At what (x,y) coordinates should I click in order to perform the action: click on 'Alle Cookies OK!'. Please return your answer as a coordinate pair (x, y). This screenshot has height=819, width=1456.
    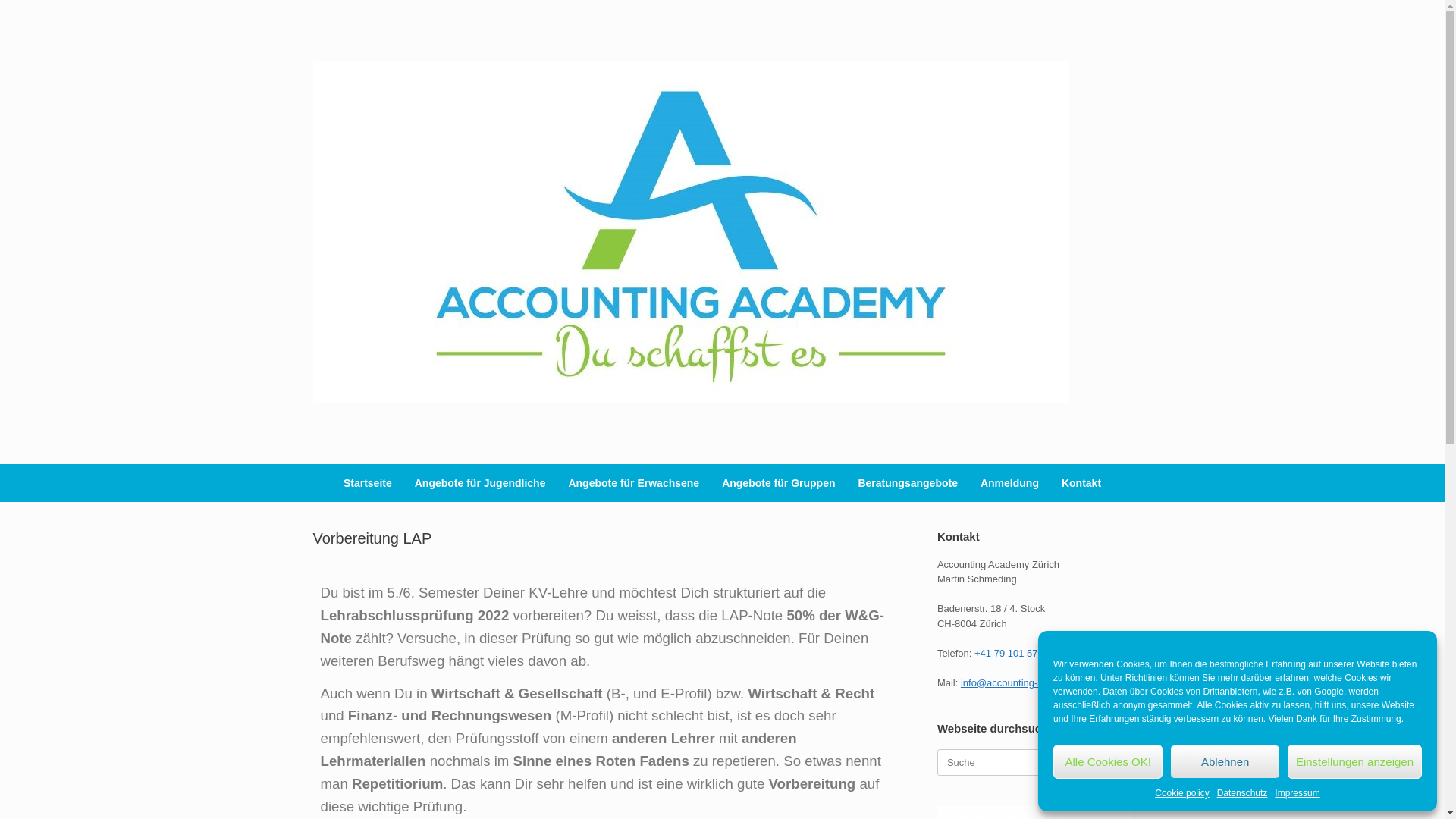
    Looking at the image, I should click on (1107, 761).